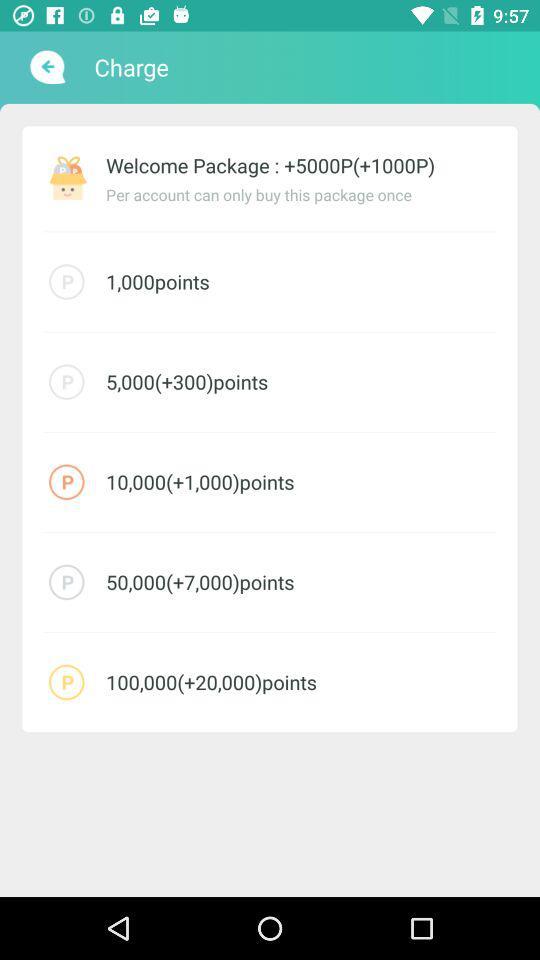 The width and height of the screenshot is (540, 960). What do you see at coordinates (66, 481) in the screenshot?
I see `the icon on left to the text 100001000points on the web page` at bounding box center [66, 481].